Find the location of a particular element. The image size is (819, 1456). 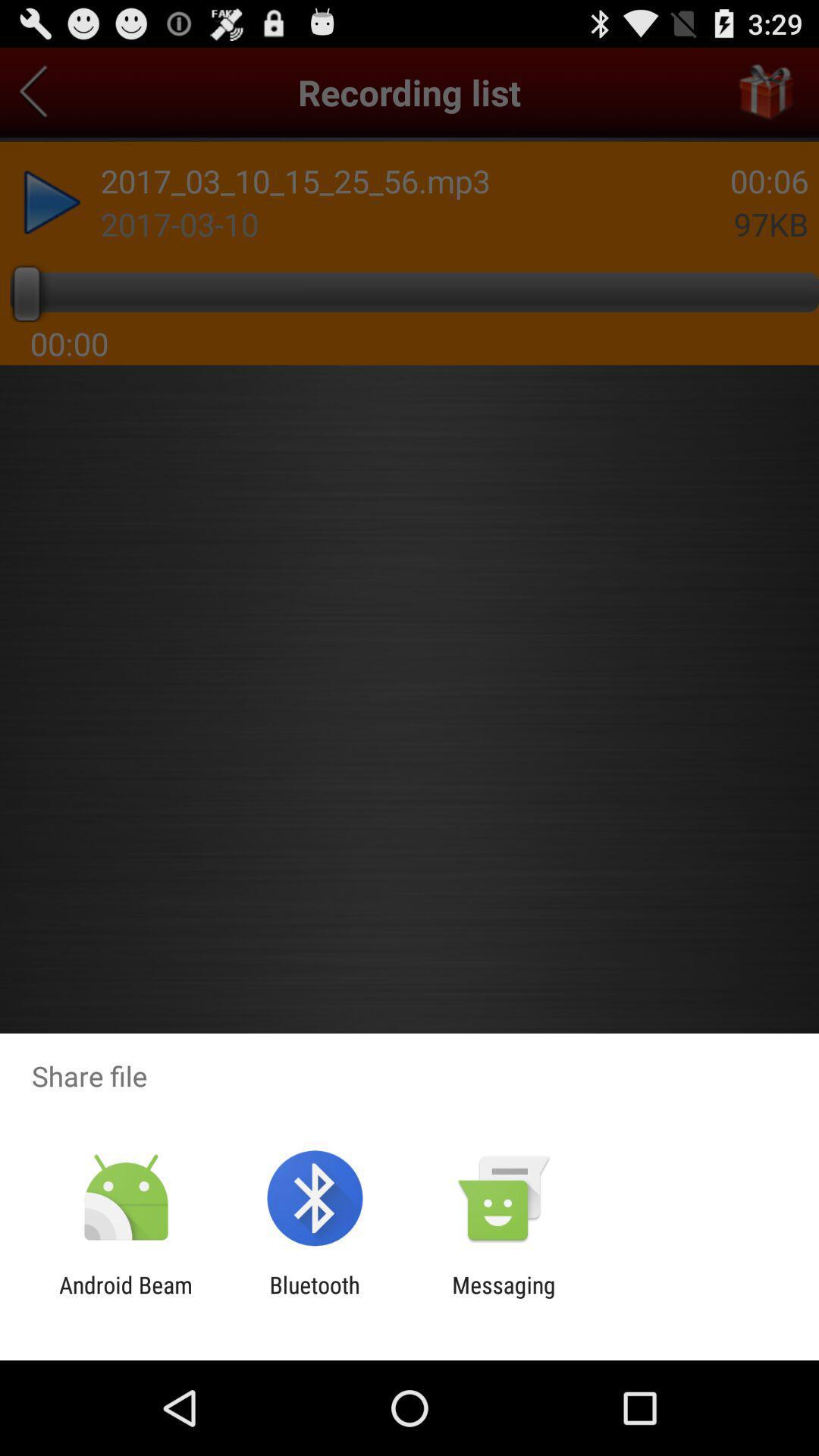

item to the left of the messaging item is located at coordinates (314, 1298).